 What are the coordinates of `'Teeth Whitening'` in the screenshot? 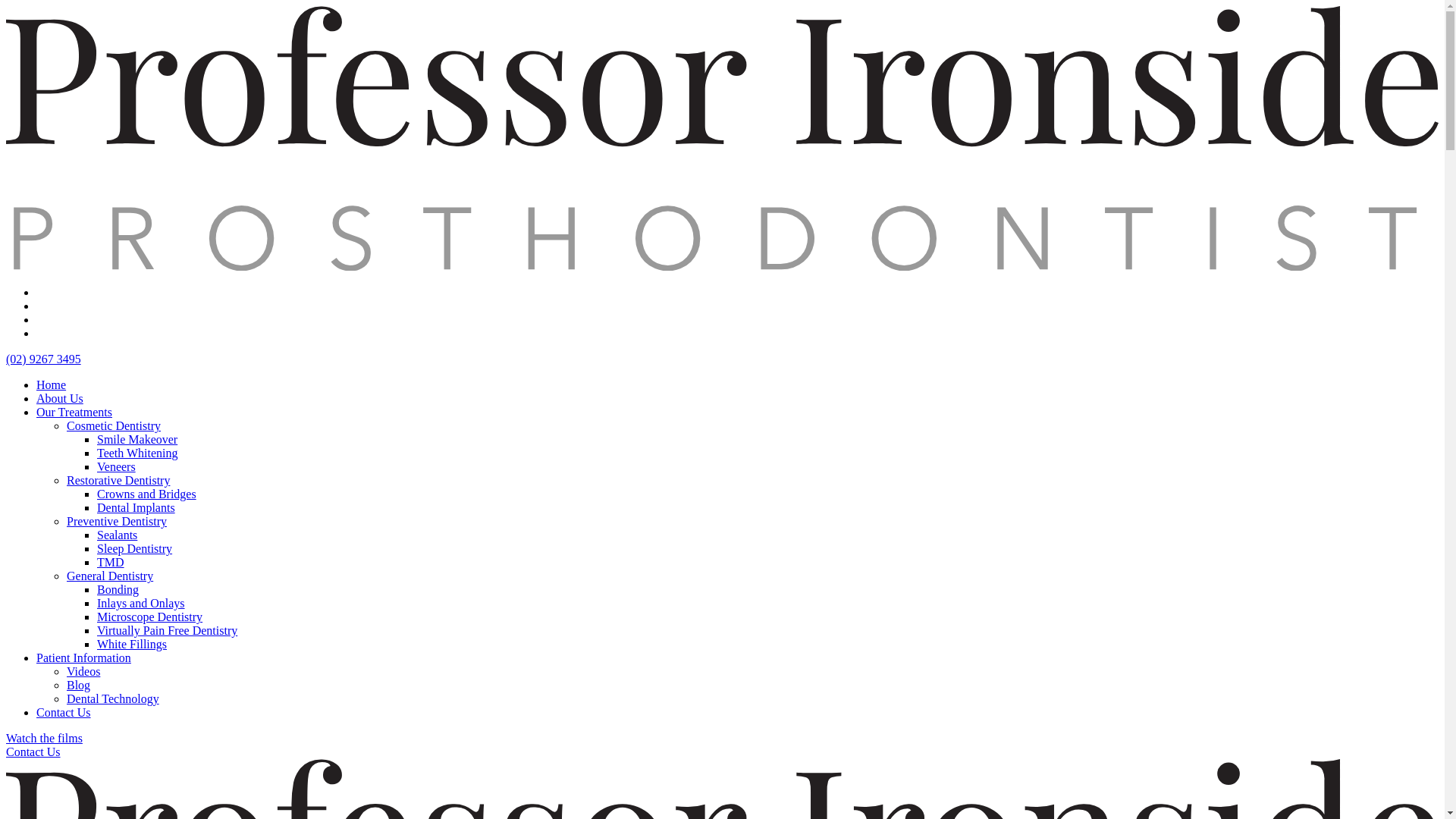 It's located at (96, 452).